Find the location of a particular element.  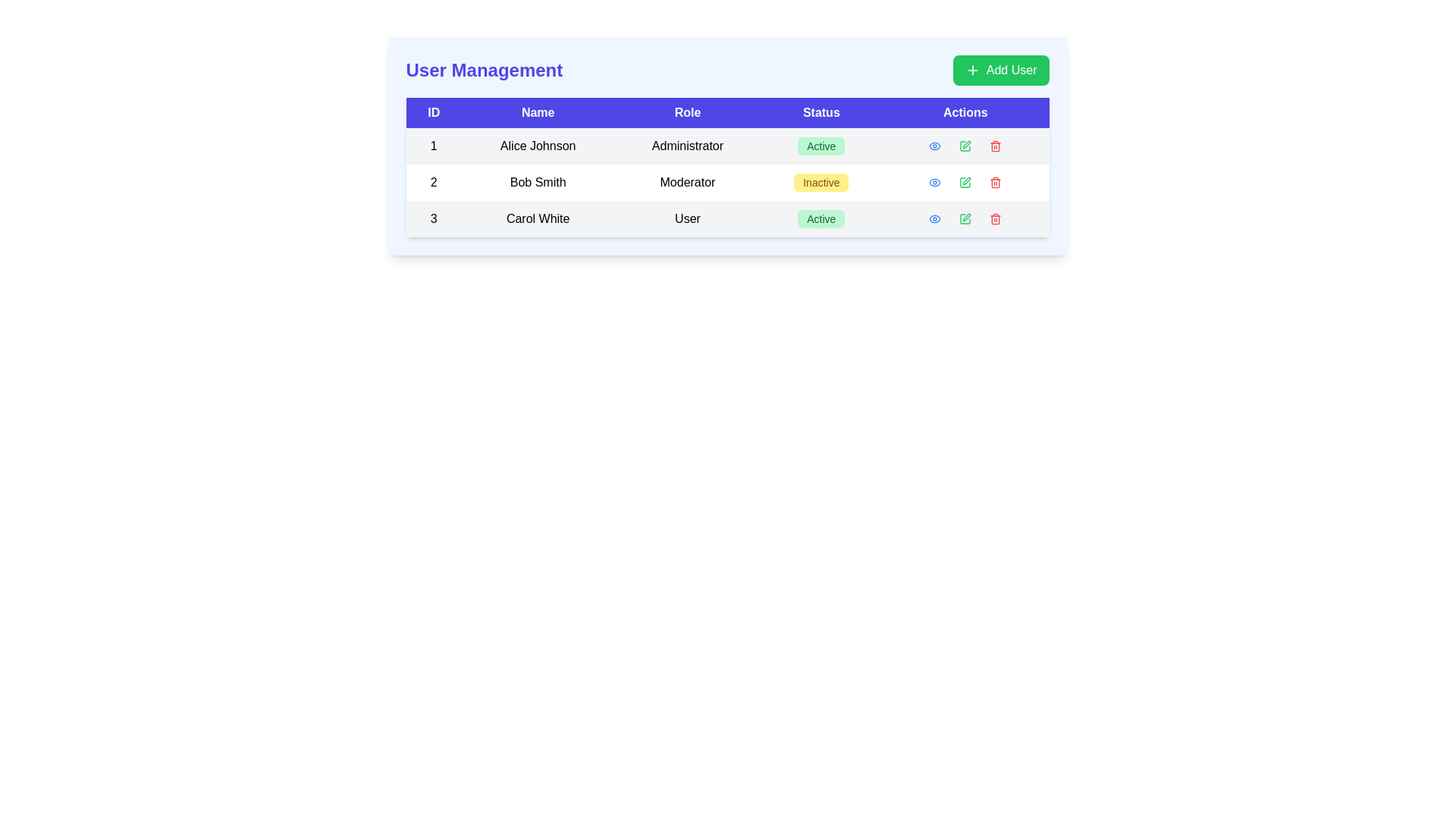

to select the first table row displaying user information for 'Alice Johnson', which includes ID '1', role 'Administrator', and status 'Active' is located at coordinates (726, 146).